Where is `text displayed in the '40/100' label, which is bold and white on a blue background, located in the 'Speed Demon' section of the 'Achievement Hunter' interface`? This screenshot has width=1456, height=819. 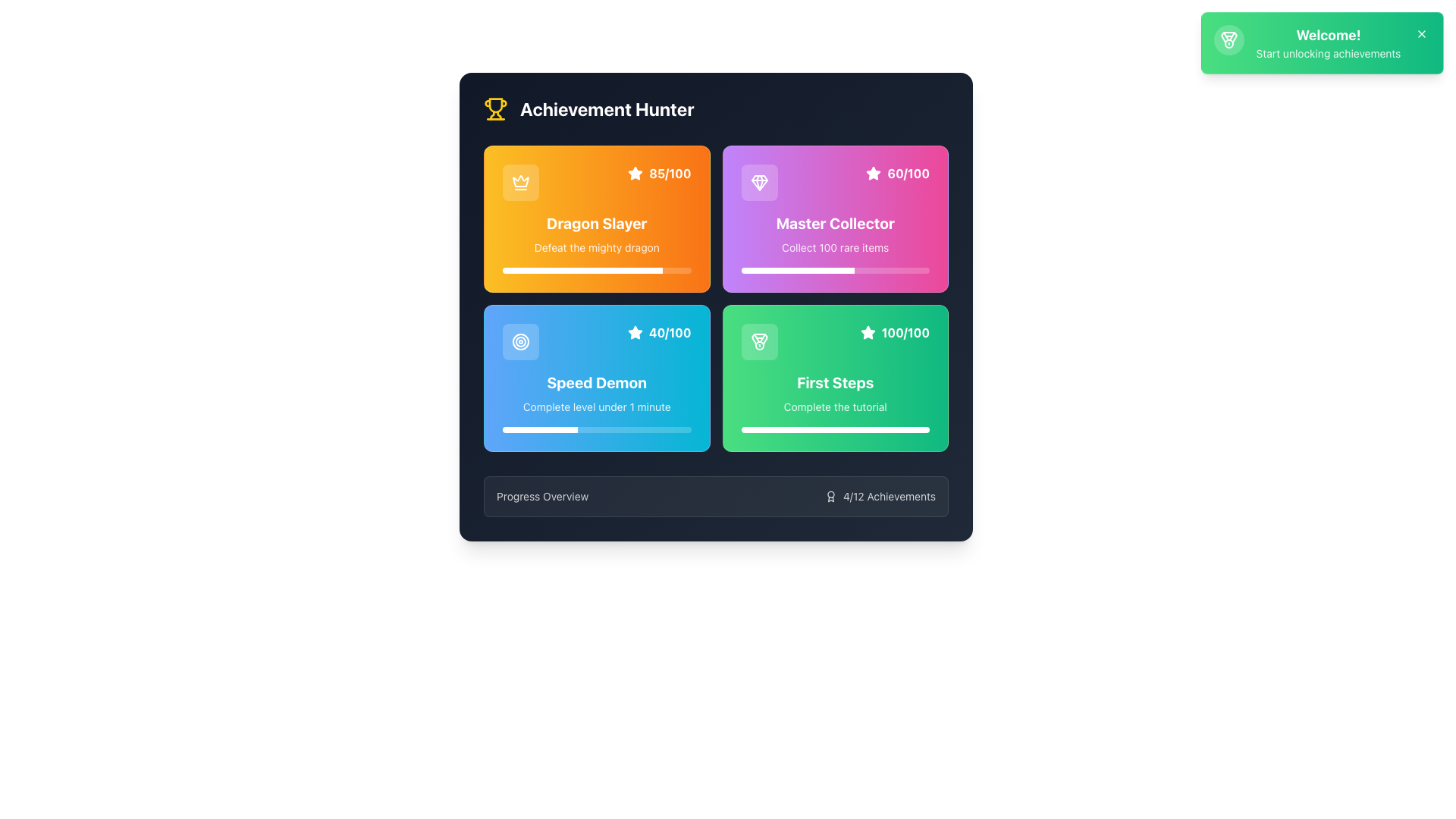 text displayed in the '40/100' label, which is bold and white on a blue background, located in the 'Speed Demon' section of the 'Achievement Hunter' interface is located at coordinates (669, 332).